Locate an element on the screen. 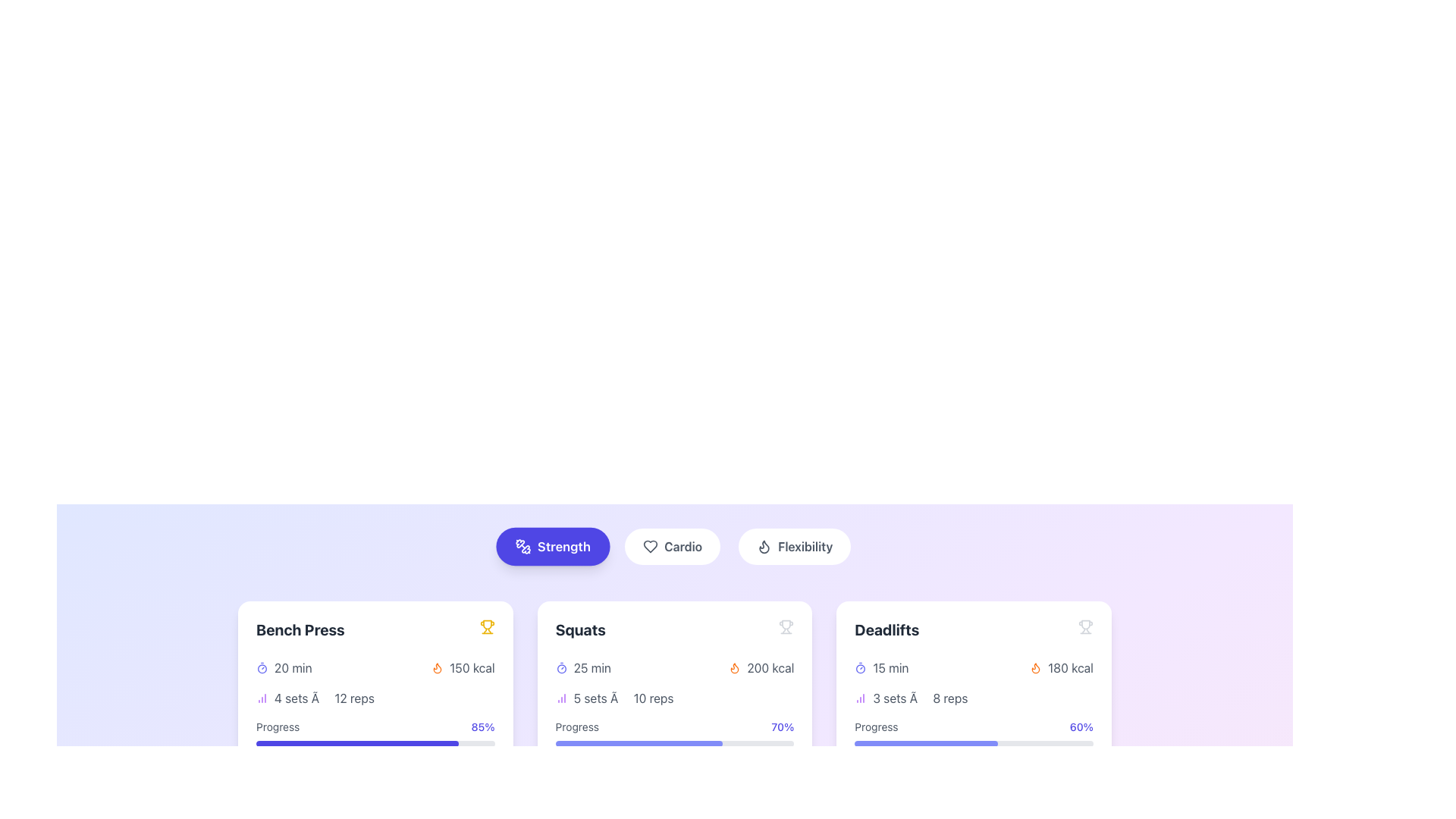 Image resolution: width=1456 pixels, height=819 pixels. the small purple column chart icon located to the left of the text '4 sets × 12 reps' is located at coordinates (262, 698).